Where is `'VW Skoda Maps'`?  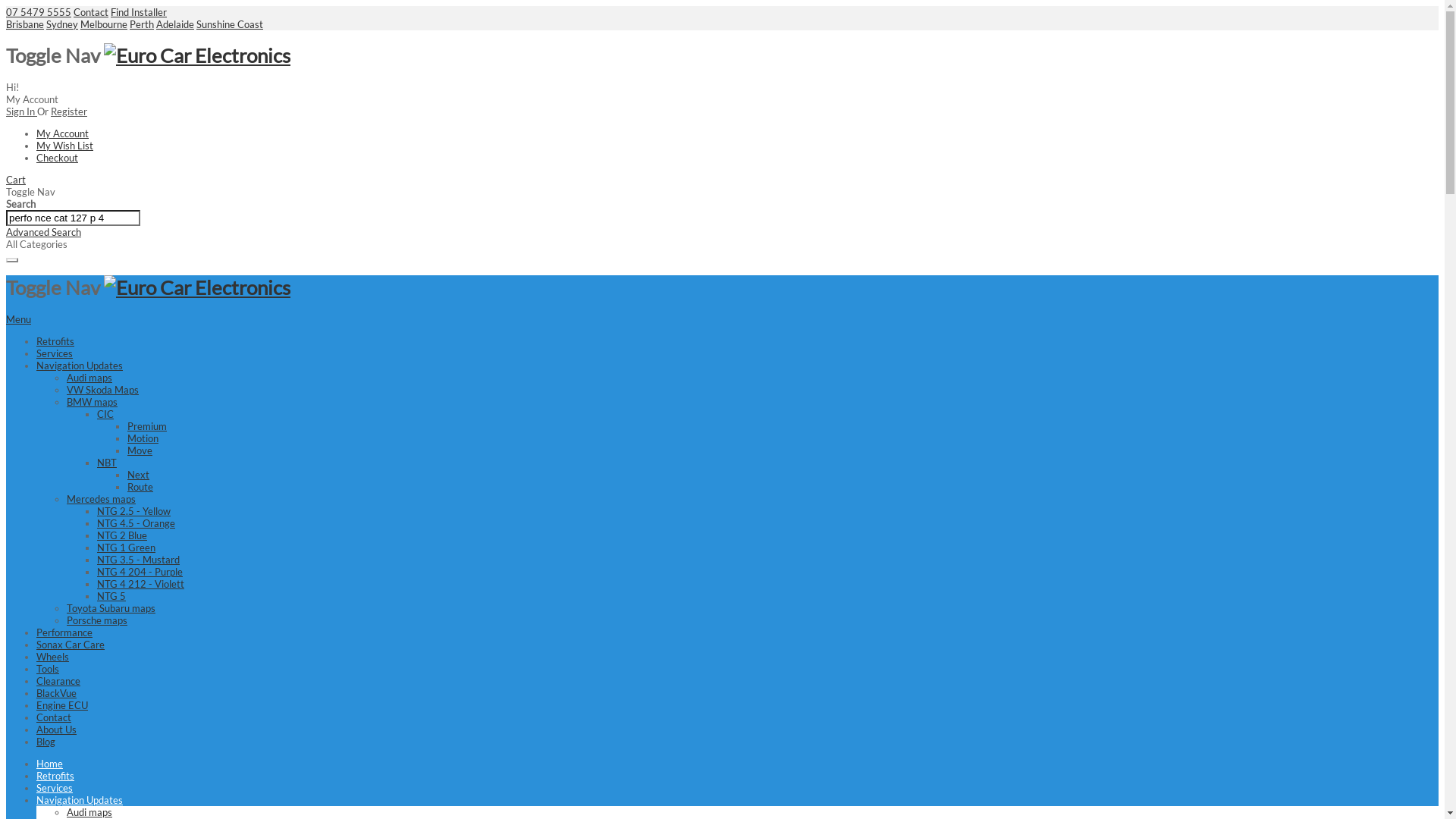
'VW Skoda Maps' is located at coordinates (102, 388).